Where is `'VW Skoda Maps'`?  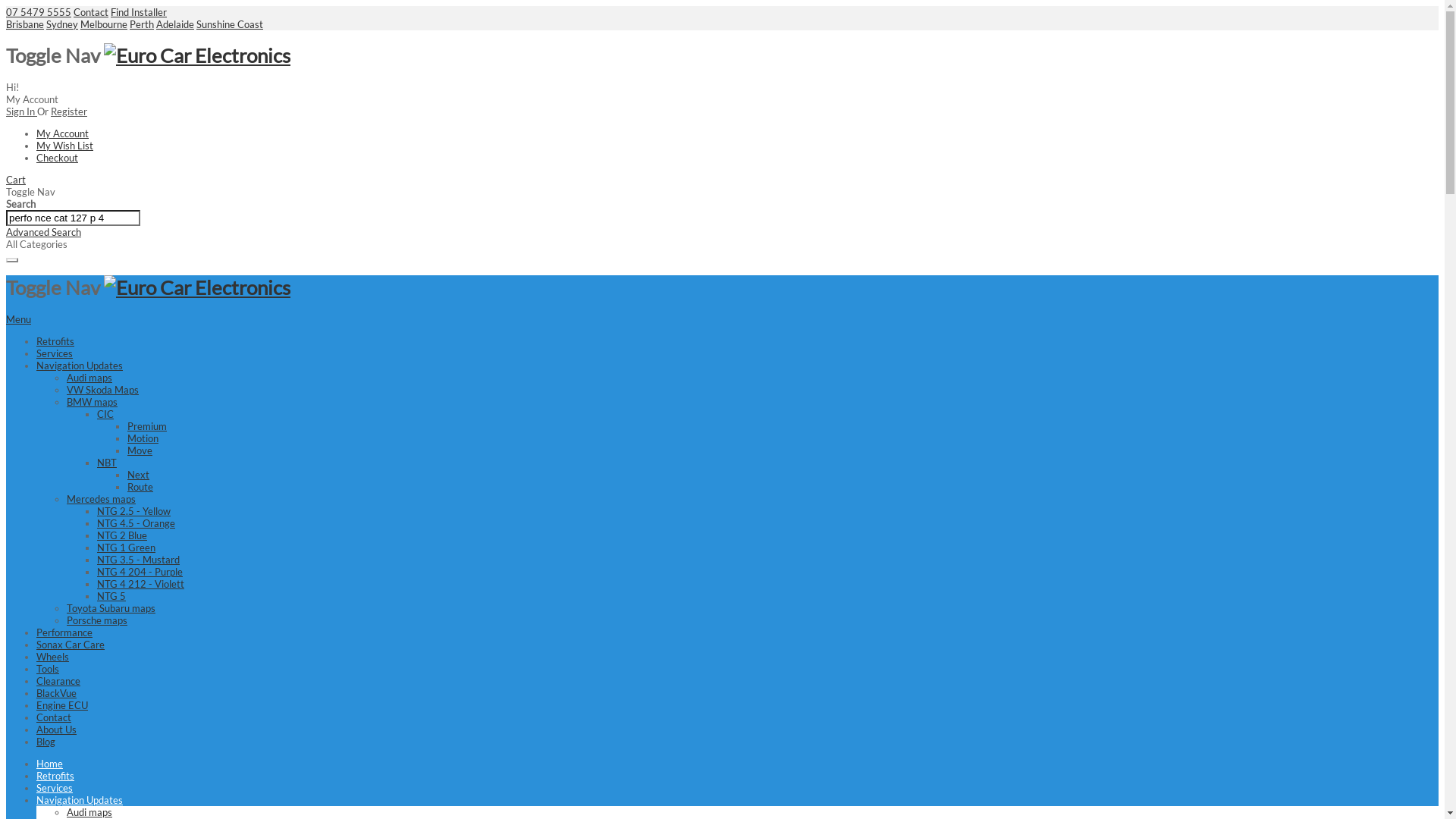
'VW Skoda Maps' is located at coordinates (102, 388).